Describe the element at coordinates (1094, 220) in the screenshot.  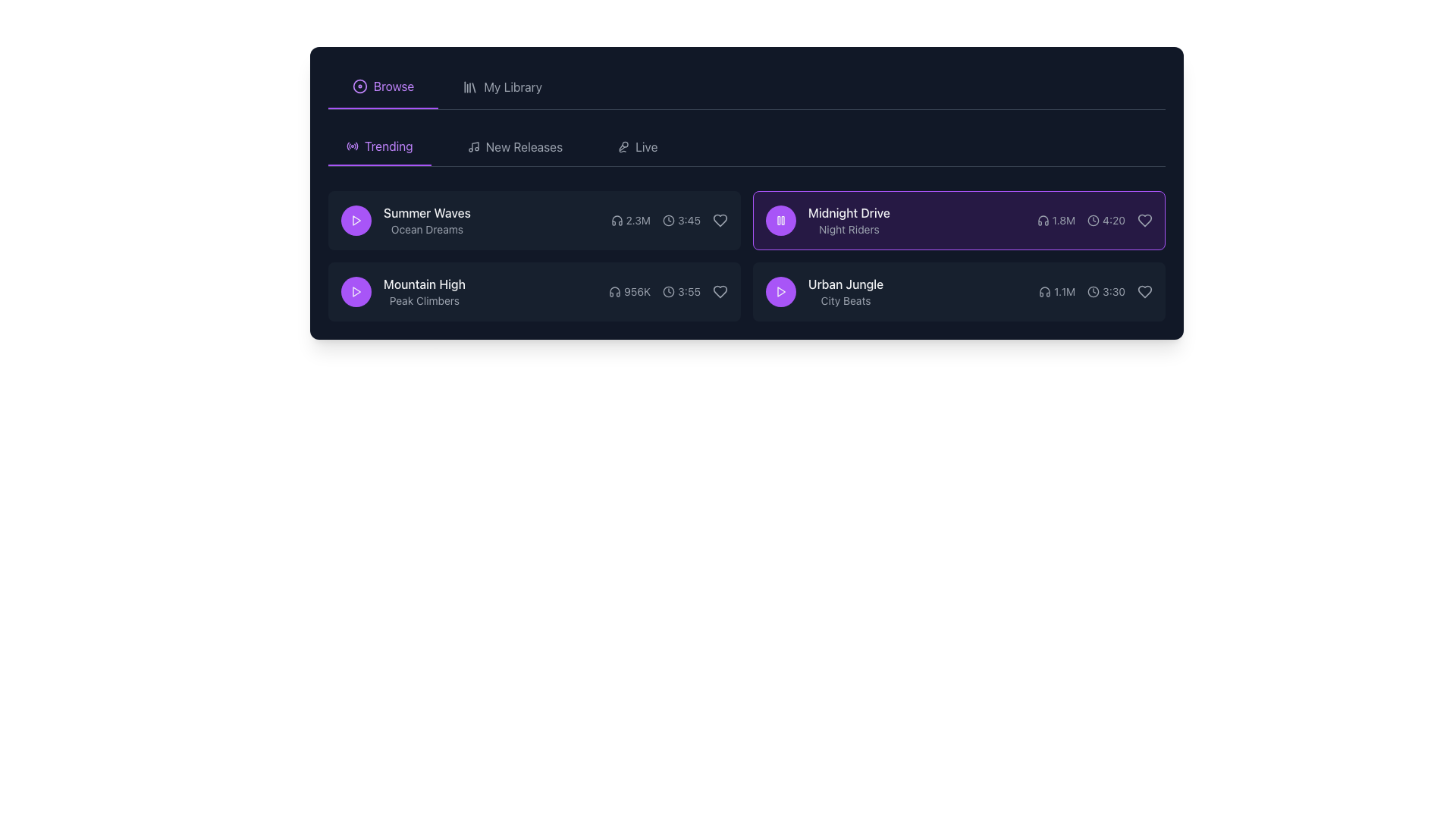
I see `the duration indicator for the music track 'Midnight Drive' by 'Night Riders', which displays the time '4:20' beside a clock icon on a dark purple background` at that location.